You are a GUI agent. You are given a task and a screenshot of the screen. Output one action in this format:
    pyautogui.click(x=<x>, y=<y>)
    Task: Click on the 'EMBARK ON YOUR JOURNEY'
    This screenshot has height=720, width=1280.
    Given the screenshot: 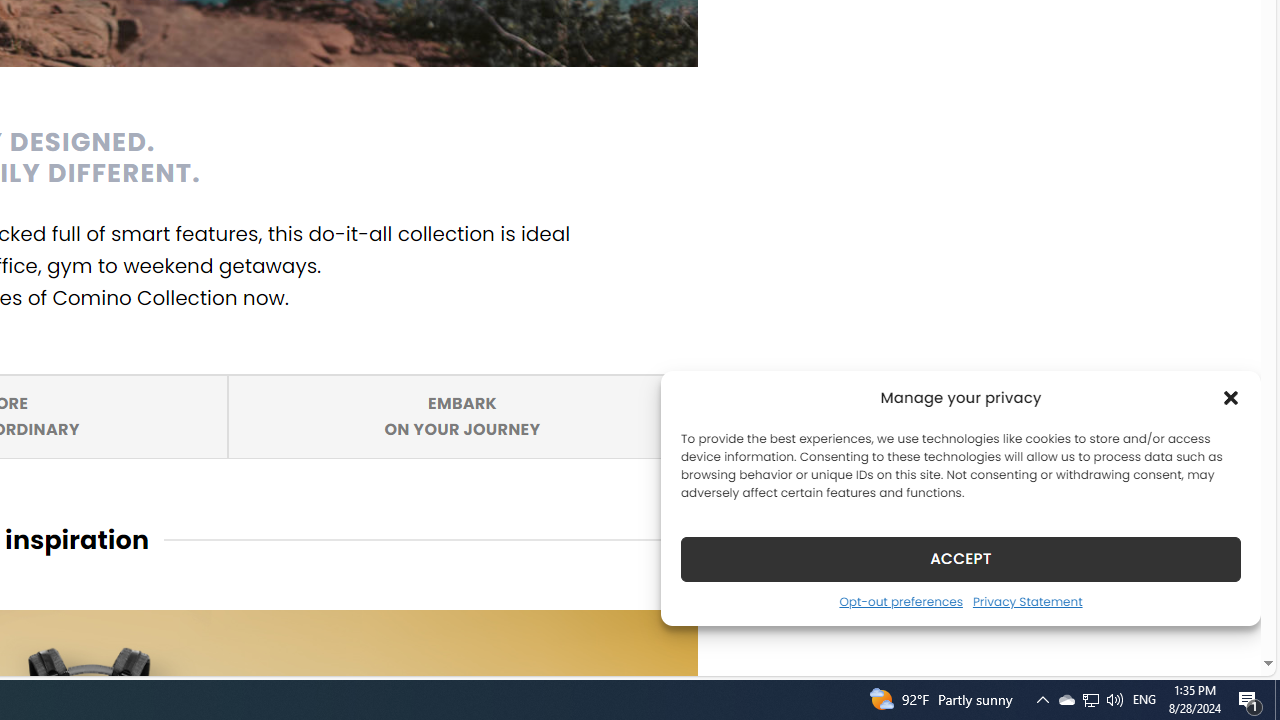 What is the action you would take?
    pyautogui.click(x=461, y=414)
    